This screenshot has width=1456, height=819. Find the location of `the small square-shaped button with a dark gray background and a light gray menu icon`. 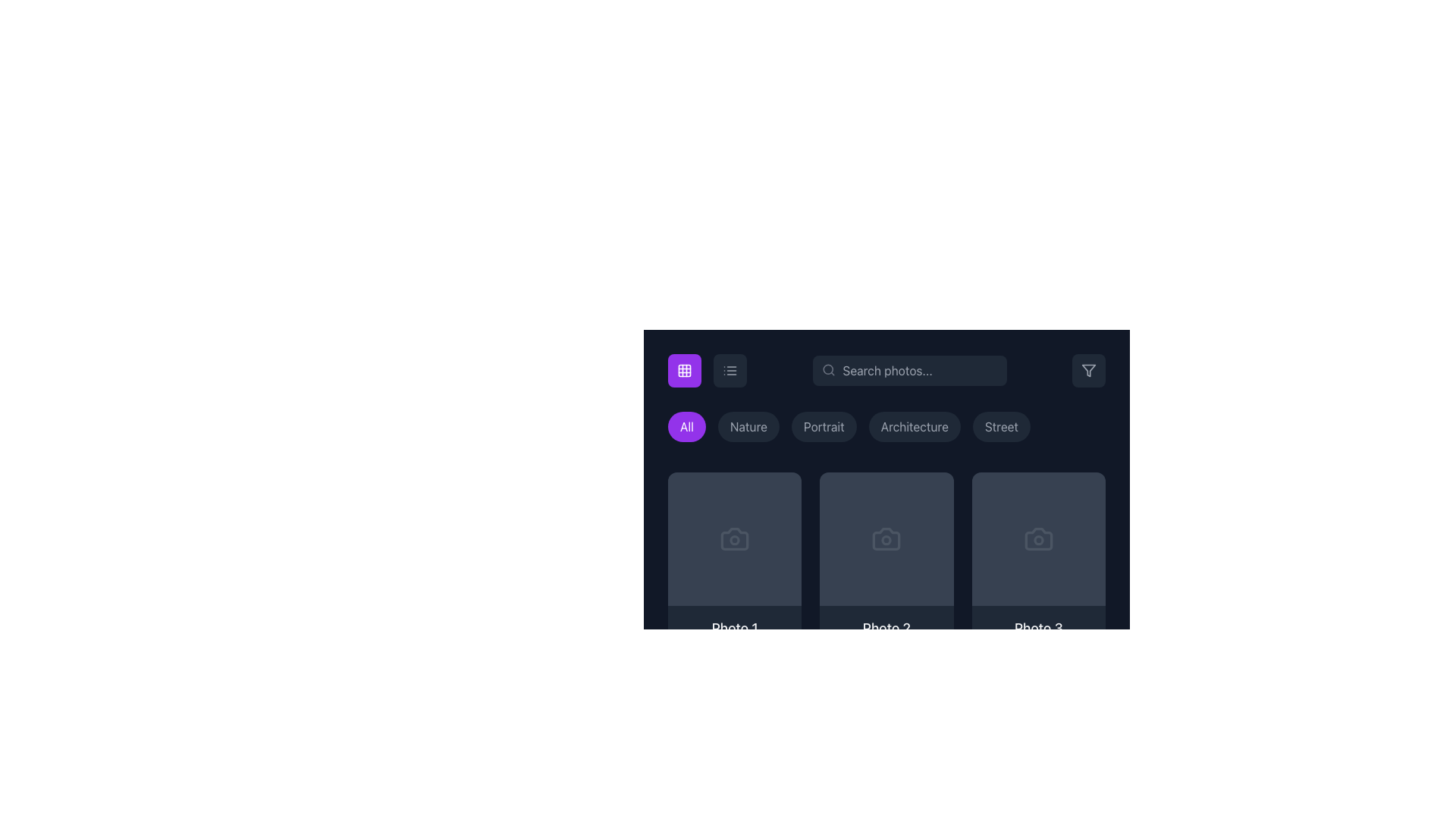

the small square-shaped button with a dark gray background and a light gray menu icon is located at coordinates (730, 371).